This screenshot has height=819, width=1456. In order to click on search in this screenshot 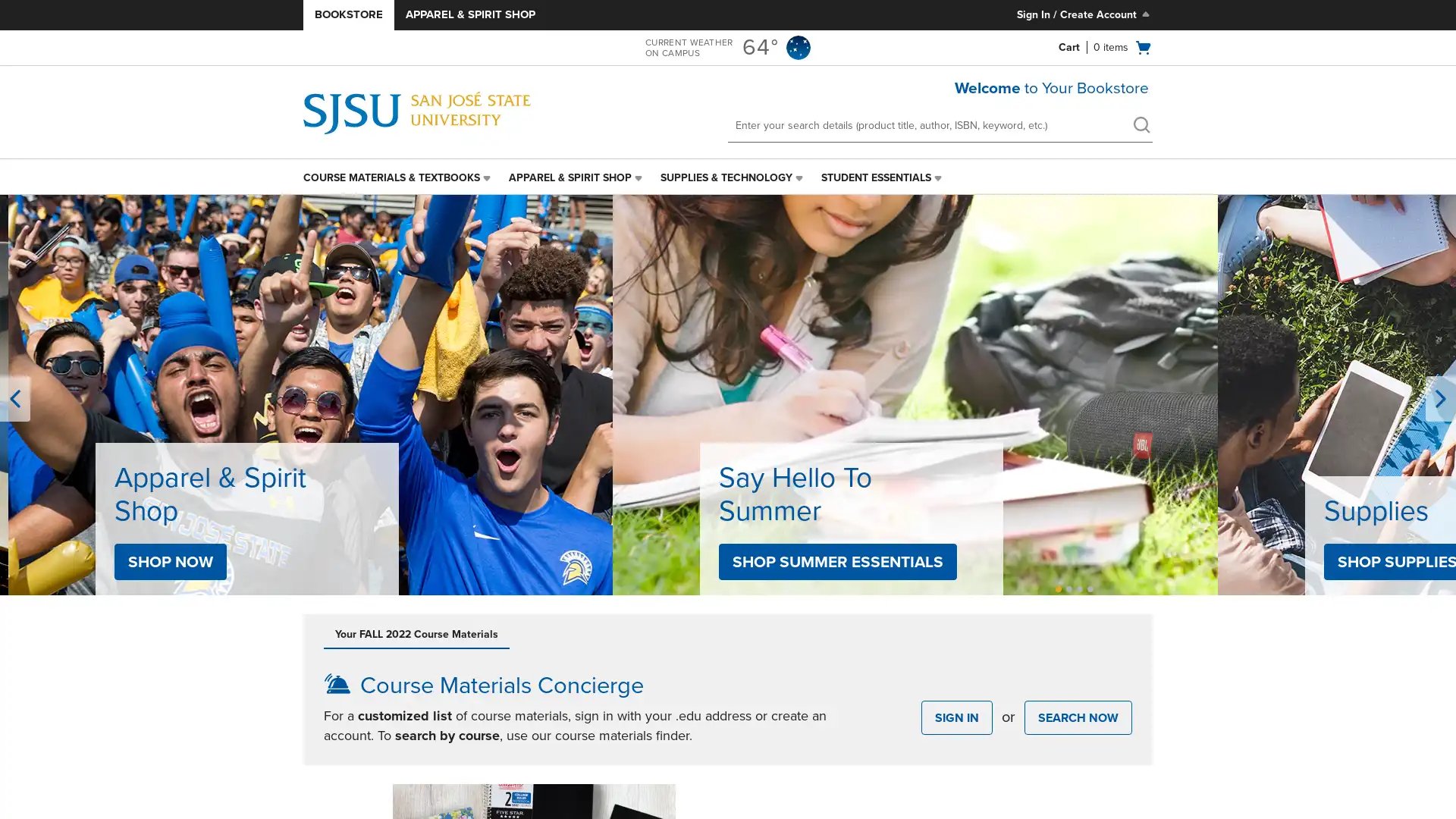, I will do `click(1141, 124)`.